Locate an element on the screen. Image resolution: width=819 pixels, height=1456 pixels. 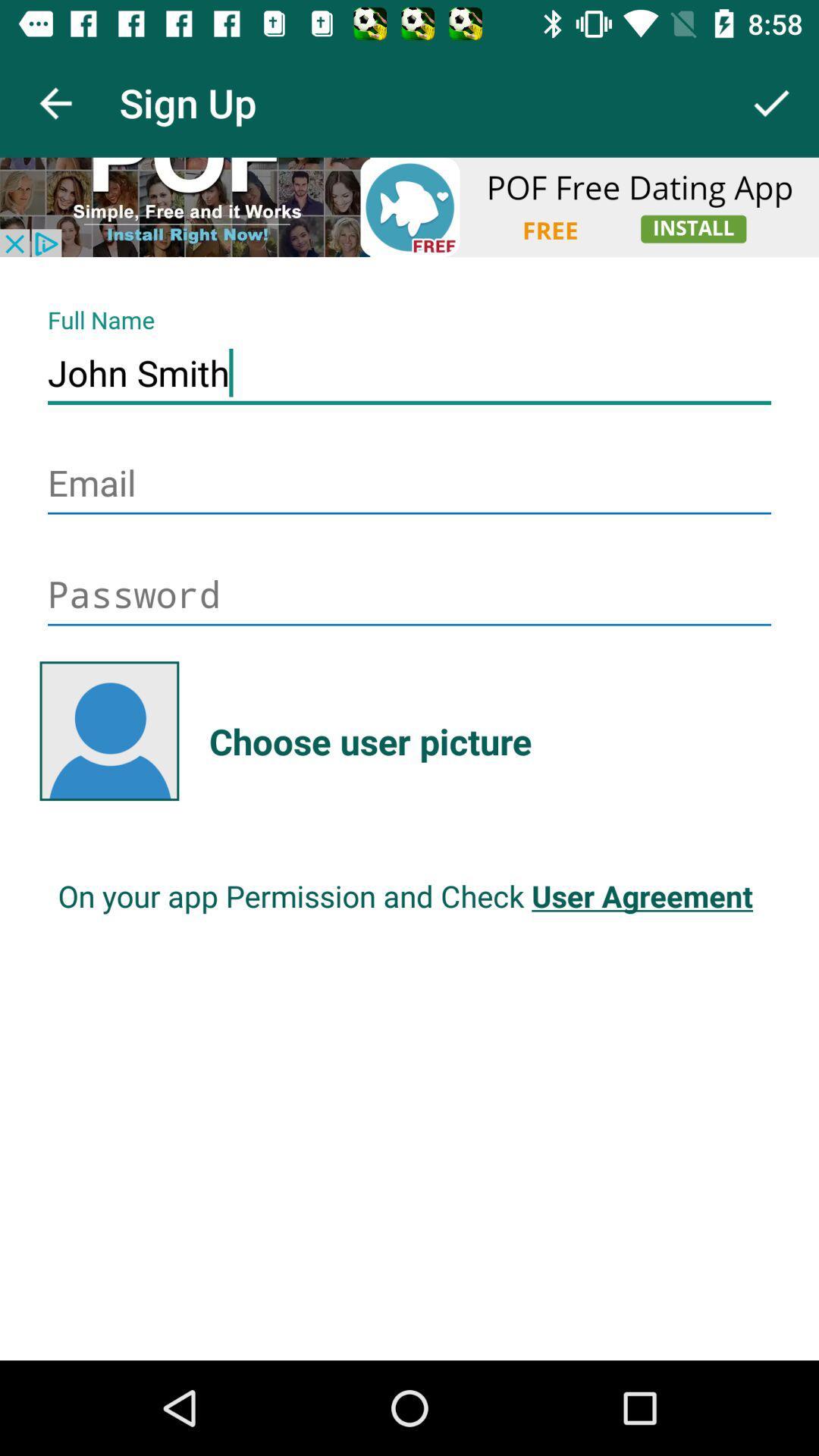
profile details is located at coordinates (409, 206).